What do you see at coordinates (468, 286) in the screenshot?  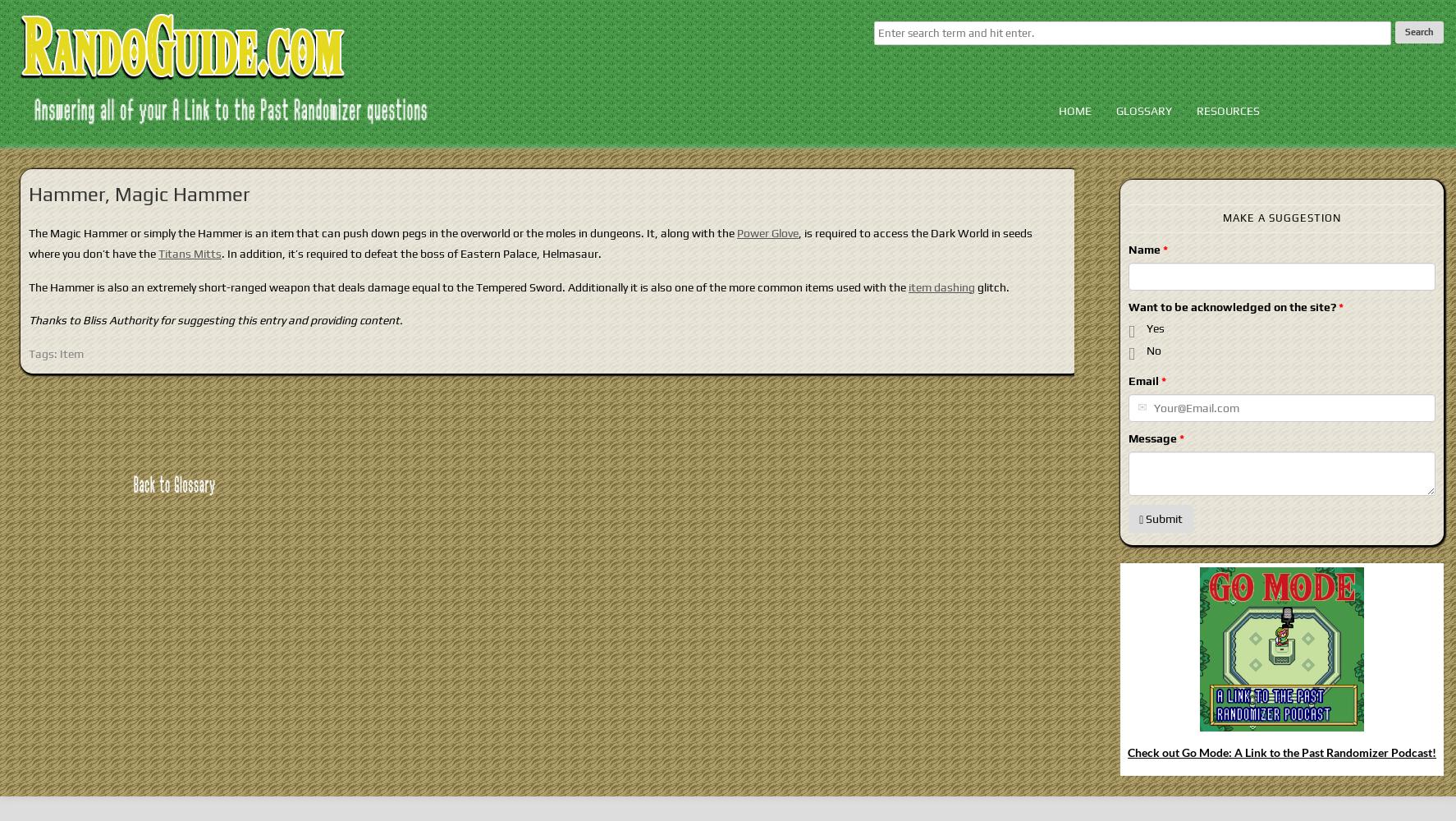 I see `'The Hammer is also an extremely short-ranged weapon that deals damage equal to the Tempered Sword. Additionally it is also one of the more common items used with the'` at bounding box center [468, 286].